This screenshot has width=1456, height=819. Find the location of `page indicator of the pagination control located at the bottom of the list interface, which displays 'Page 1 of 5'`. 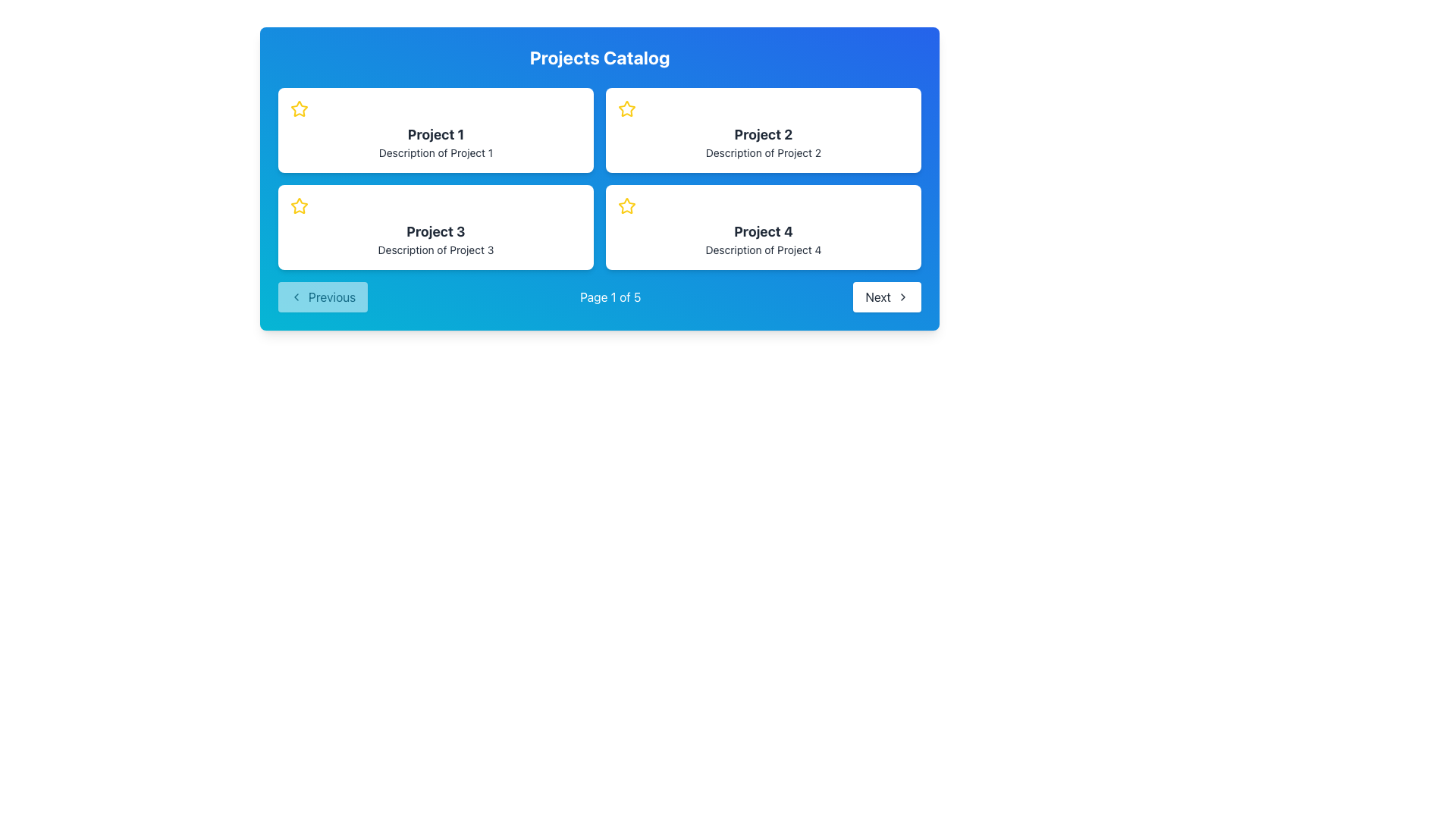

page indicator of the pagination control located at the bottom of the list interface, which displays 'Page 1 of 5' is located at coordinates (599, 297).